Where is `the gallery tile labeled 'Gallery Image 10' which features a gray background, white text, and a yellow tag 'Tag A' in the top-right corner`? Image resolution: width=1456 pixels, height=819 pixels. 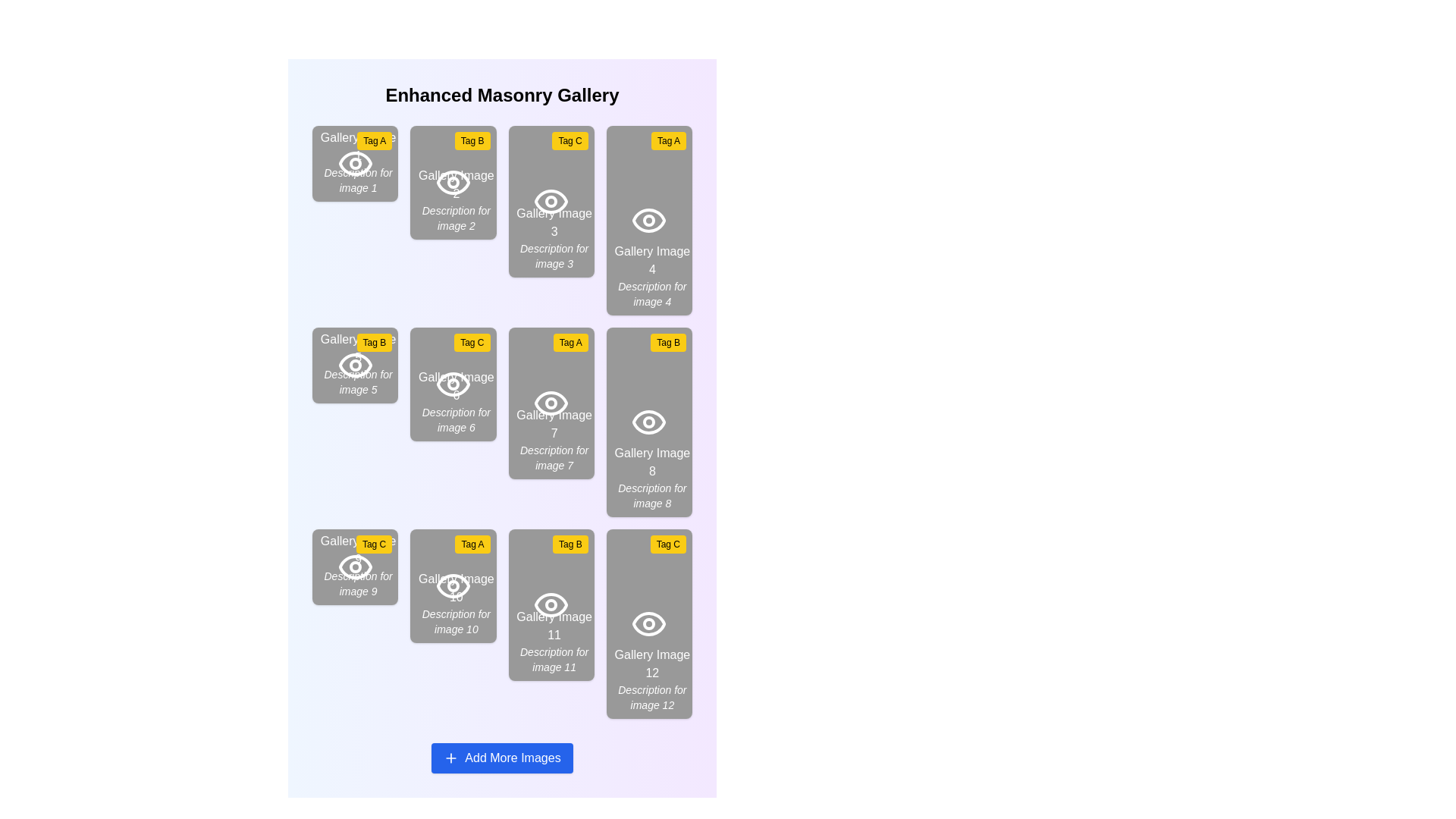
the gallery tile labeled 'Gallery Image 10' which features a gray background, white text, and a yellow tag 'Tag A' in the top-right corner is located at coordinates (452, 585).